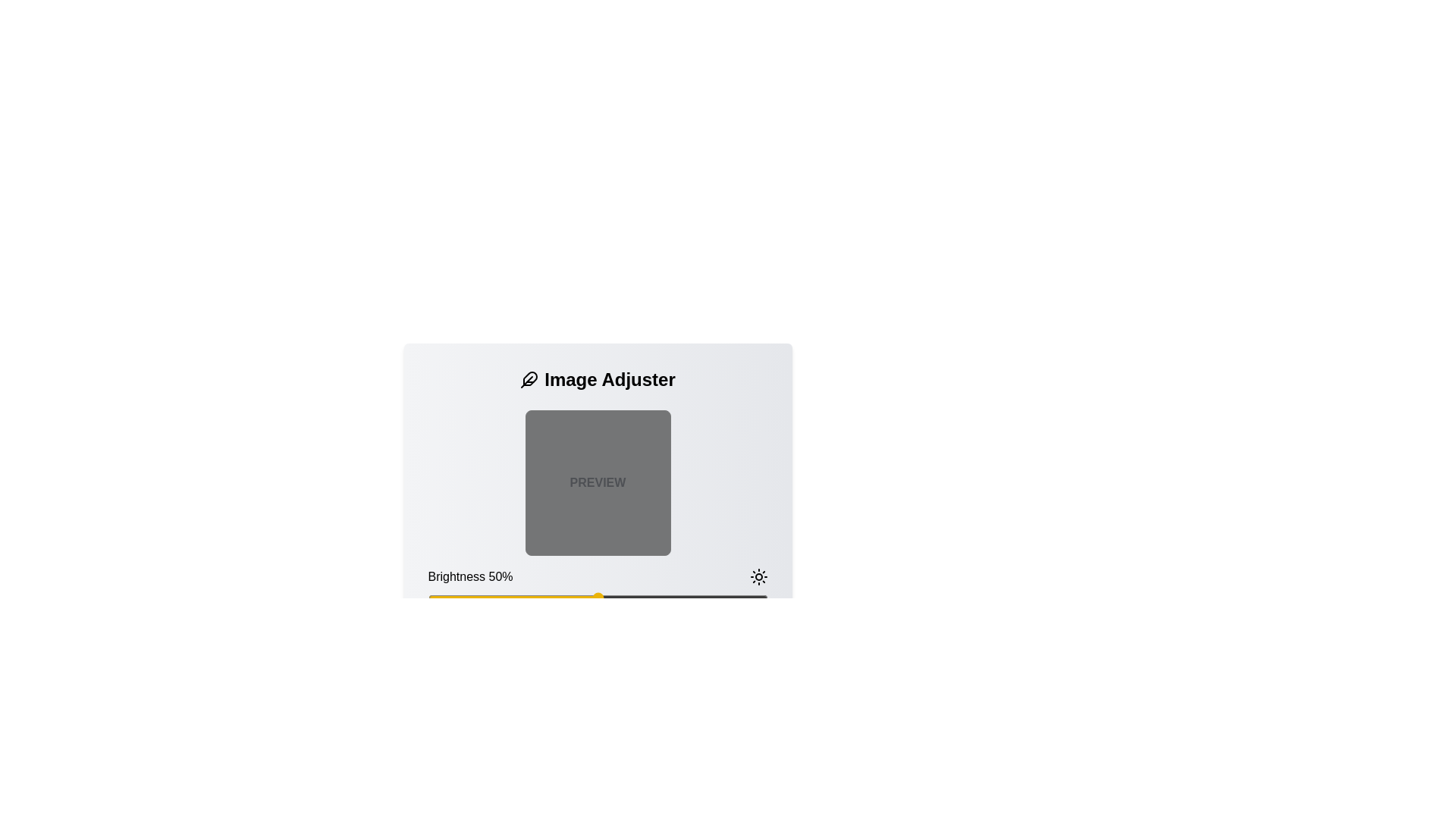 This screenshot has width=1456, height=819. Describe the element at coordinates (597, 482) in the screenshot. I see `the Display Area that contains the word 'PREVIEW' in uppercase letters, which is centrally placed below the heading 'Image Adjuster'` at that location.